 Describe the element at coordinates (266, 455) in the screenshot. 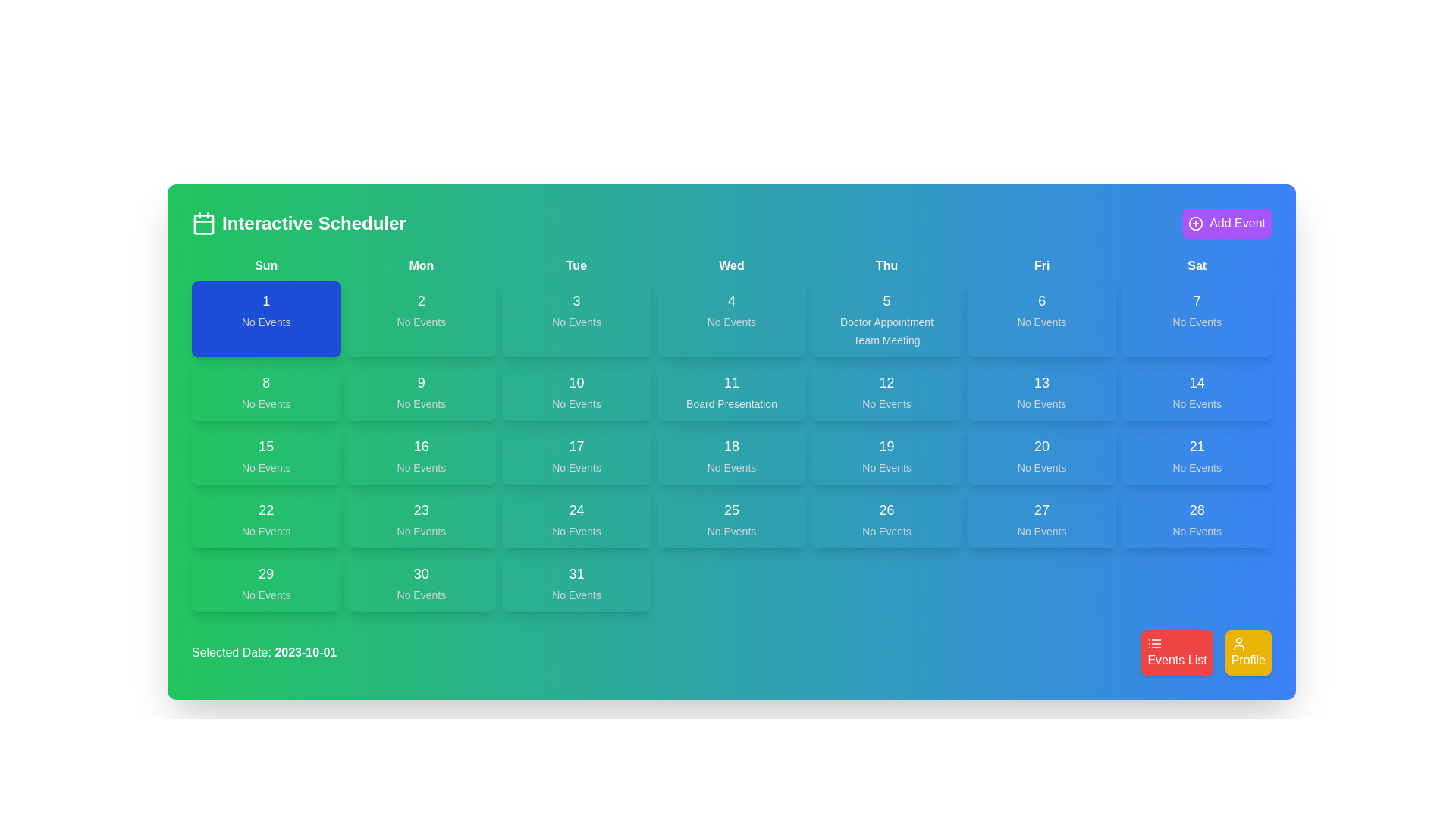

I see `the Day cell in the calendar grid located under the 'Sun' column, specifically in the third row and first column, which indicates no events scheduled` at that location.